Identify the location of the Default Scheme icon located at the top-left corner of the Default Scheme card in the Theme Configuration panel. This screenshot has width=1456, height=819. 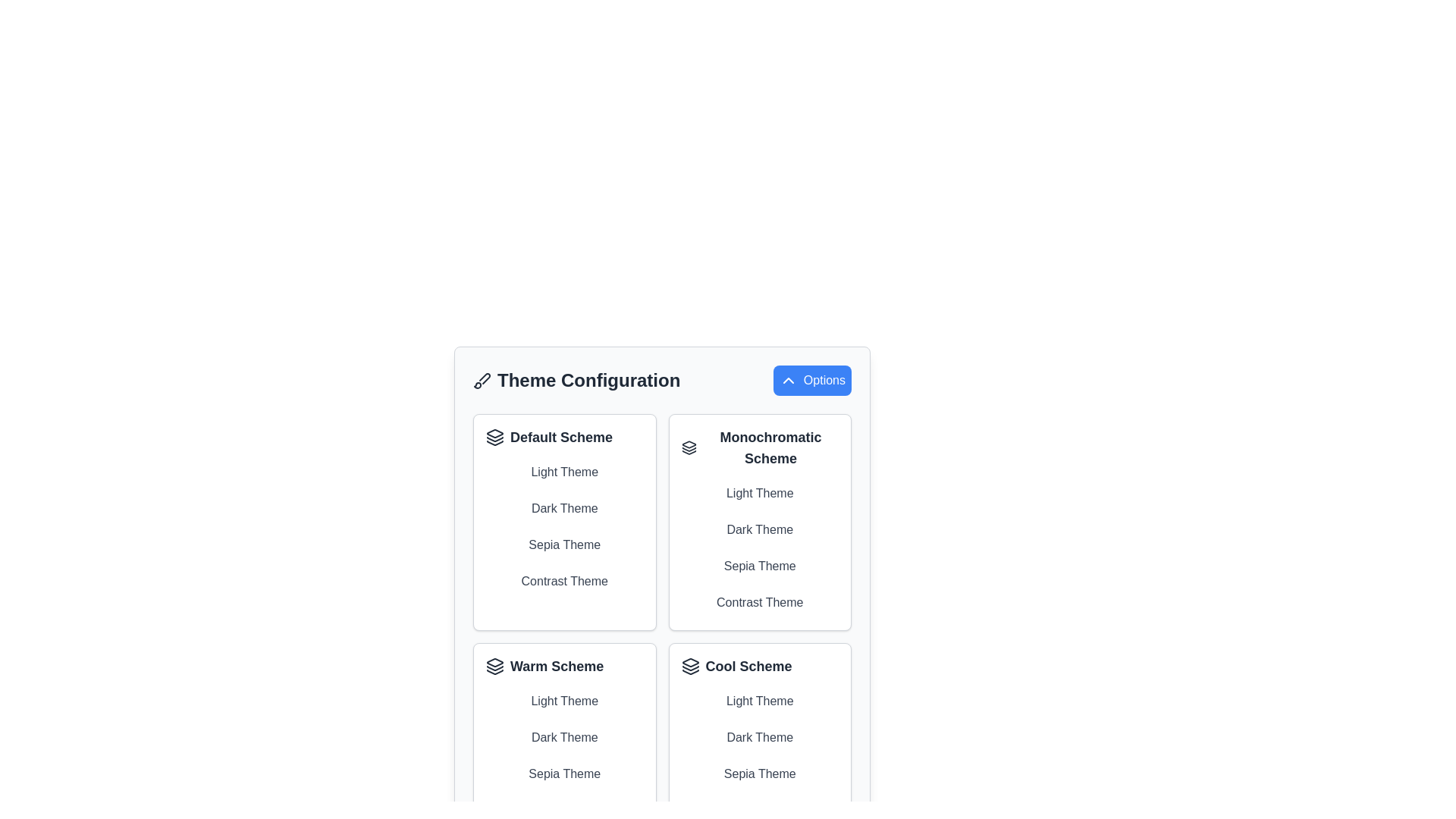
(494, 438).